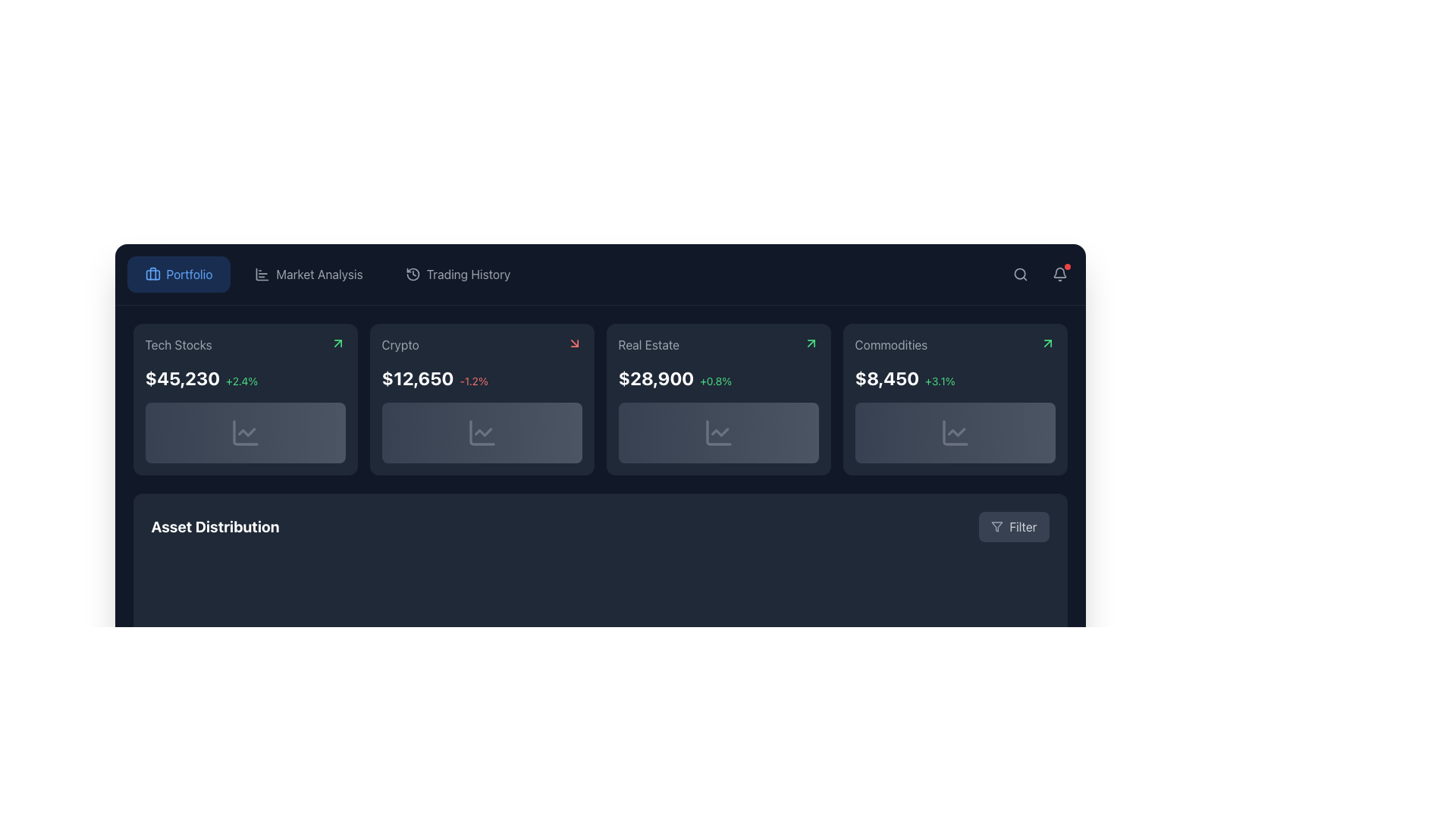 The image size is (1456, 819). Describe the element at coordinates (241, 380) in the screenshot. I see `the Text label that displays the percentage change in value, located within the 'Tech Stocks' card, to the right of the '$45,230' text` at that location.